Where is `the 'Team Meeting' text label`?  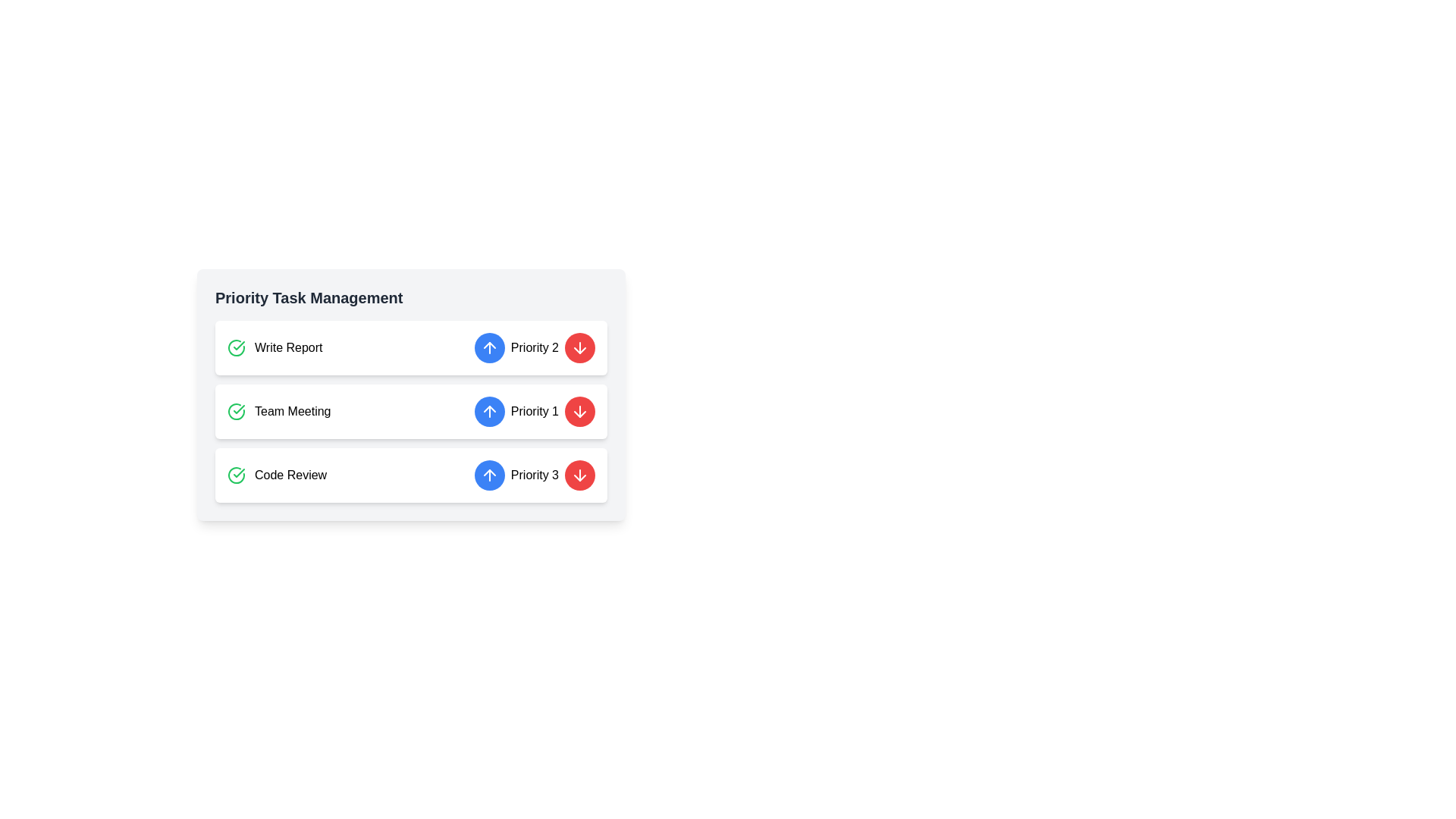
the 'Team Meeting' text label is located at coordinates (279, 412).